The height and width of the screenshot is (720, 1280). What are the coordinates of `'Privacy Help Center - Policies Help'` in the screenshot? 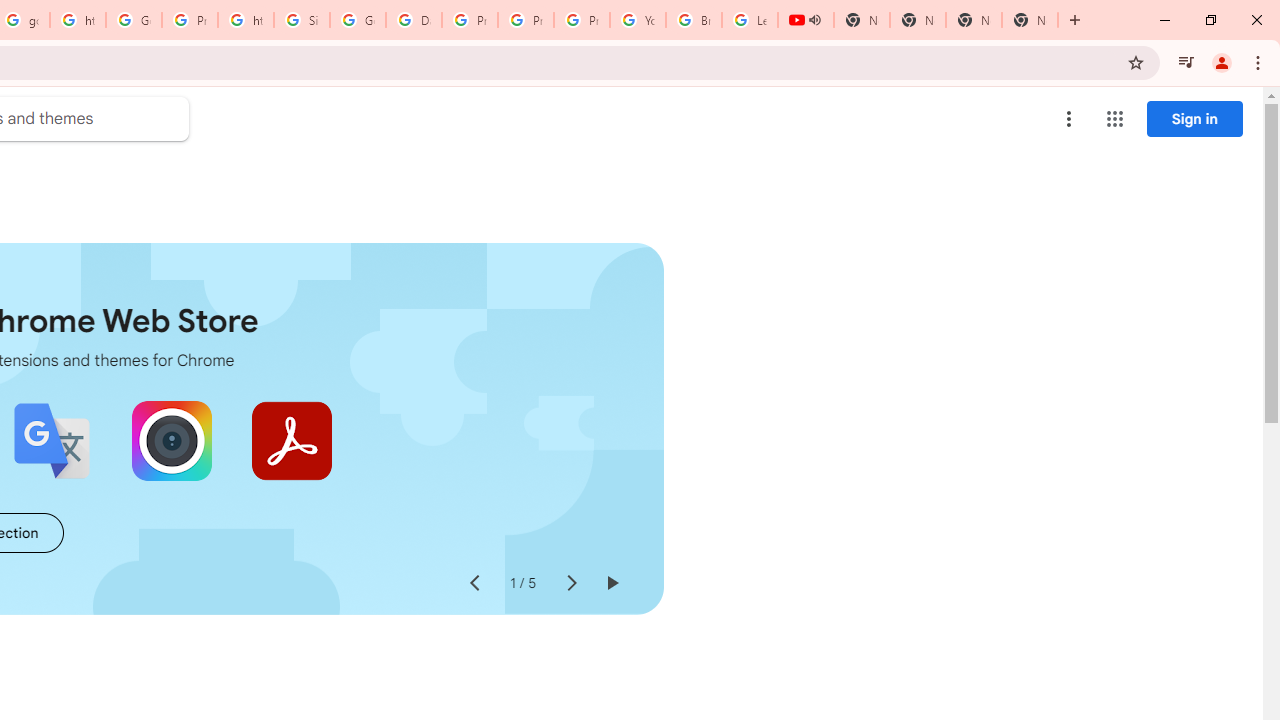 It's located at (468, 20).